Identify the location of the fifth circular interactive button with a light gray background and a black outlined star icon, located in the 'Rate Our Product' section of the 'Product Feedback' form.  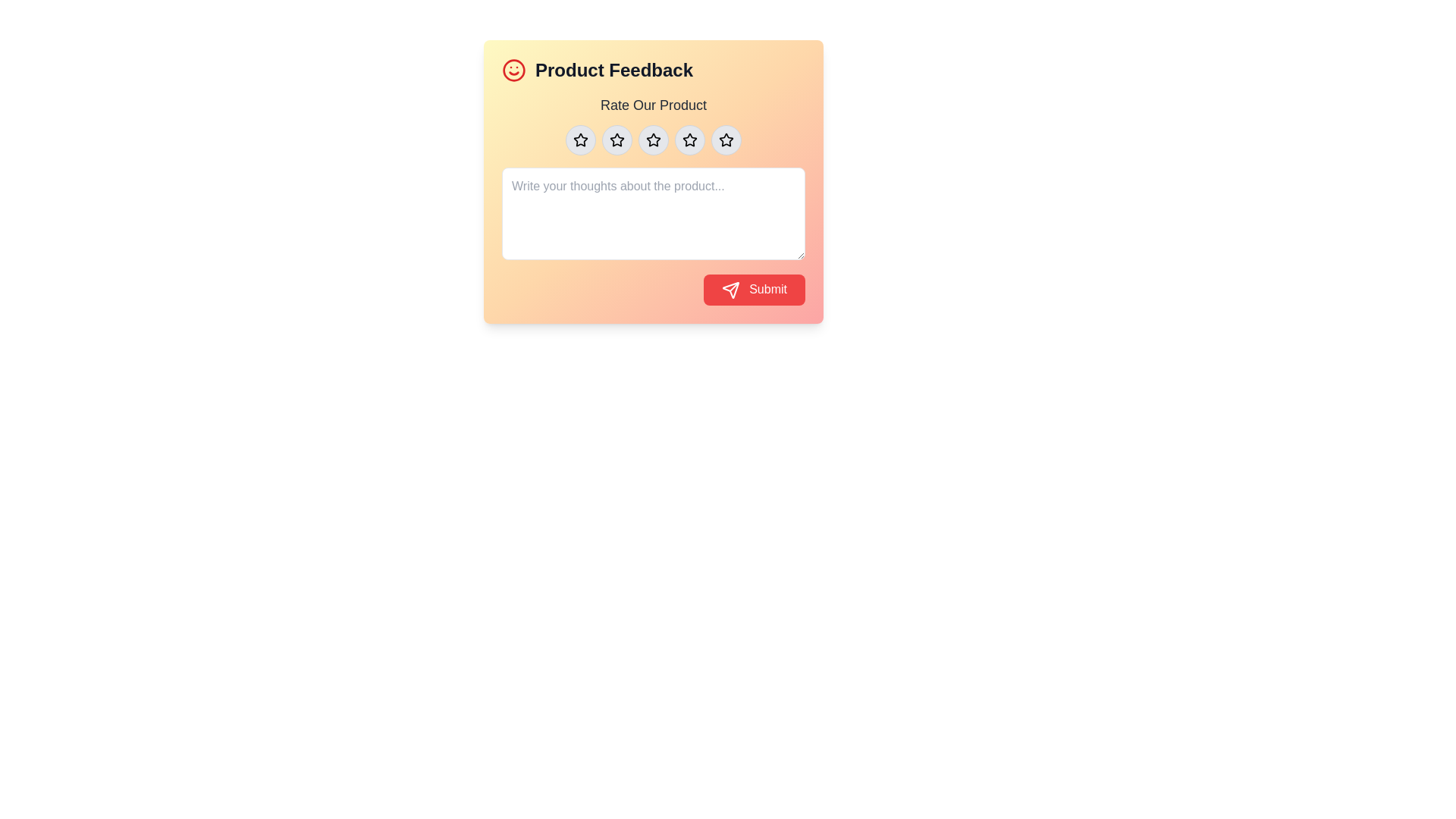
(726, 140).